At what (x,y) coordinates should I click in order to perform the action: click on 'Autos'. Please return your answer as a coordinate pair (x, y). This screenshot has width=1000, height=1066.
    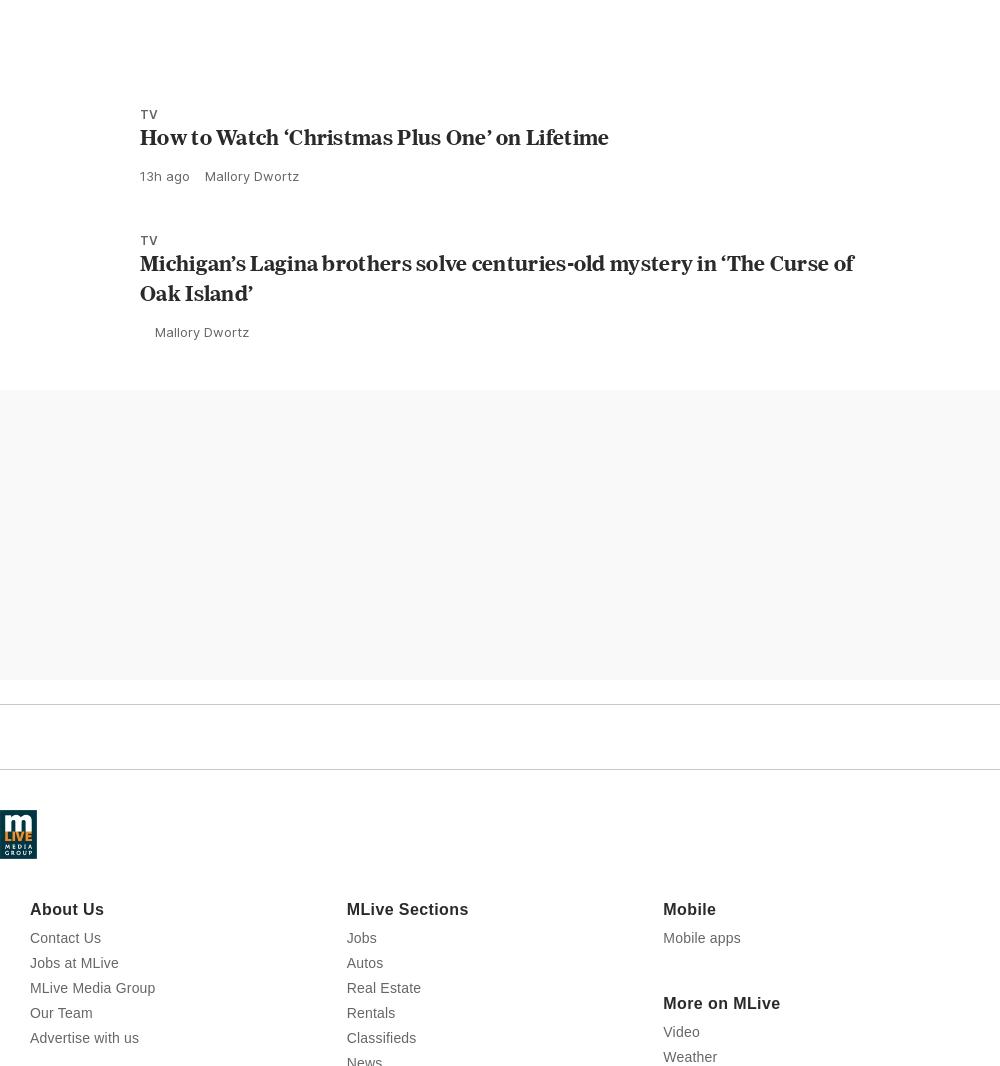
    Looking at the image, I should click on (363, 1050).